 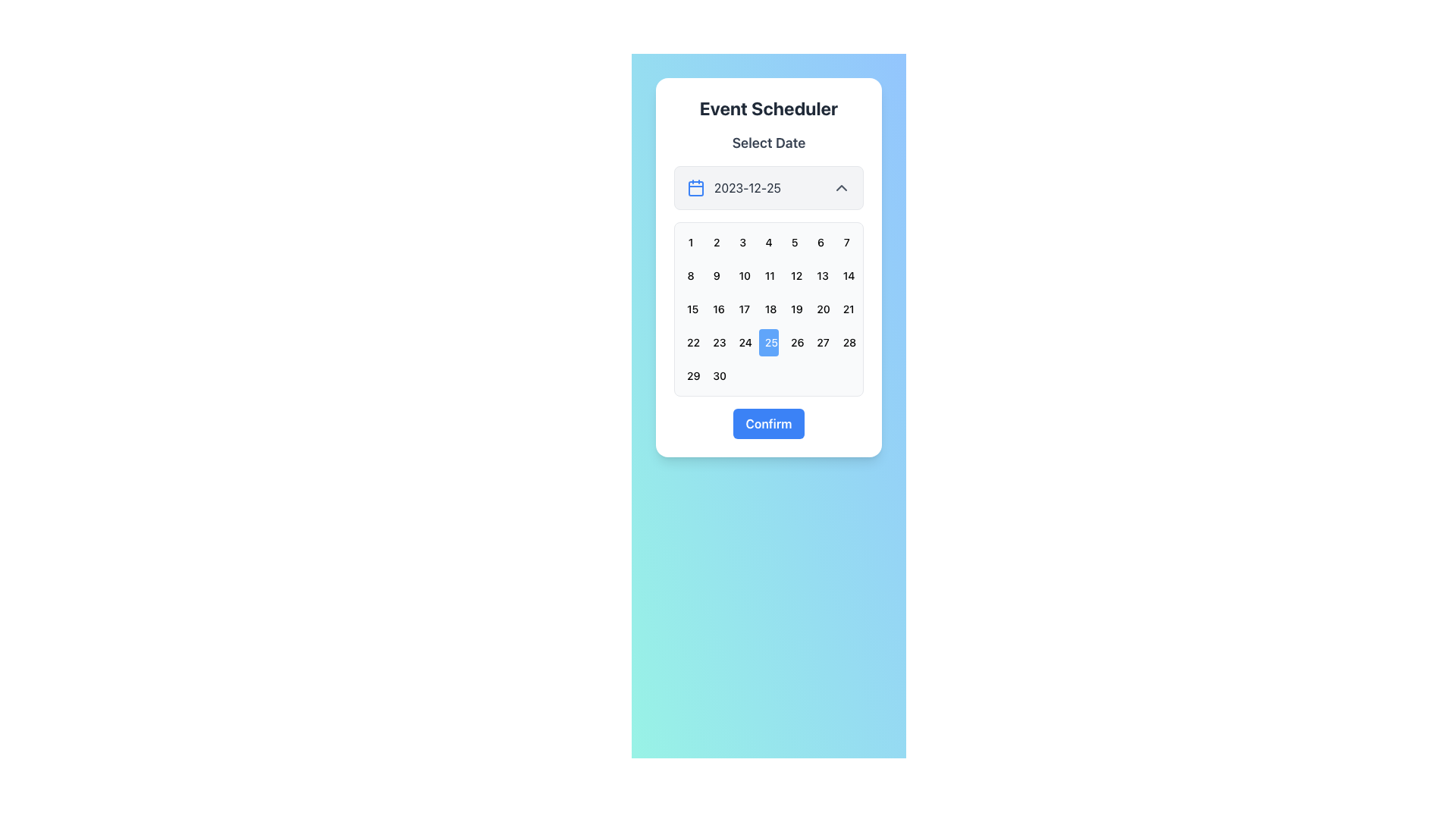 What do you see at coordinates (820, 275) in the screenshot?
I see `the date selection button located in the third column and second row of the calendar grid` at bounding box center [820, 275].